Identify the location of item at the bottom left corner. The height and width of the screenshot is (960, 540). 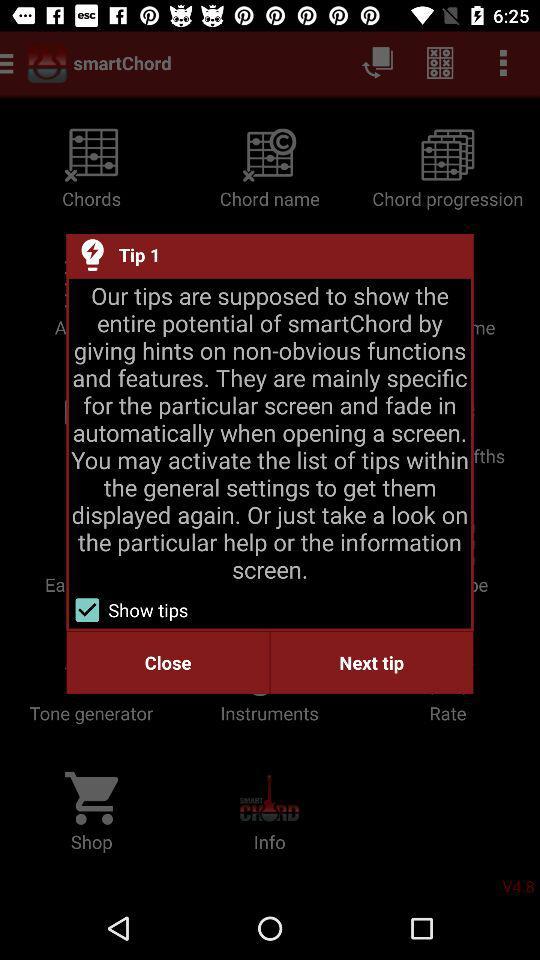
(167, 662).